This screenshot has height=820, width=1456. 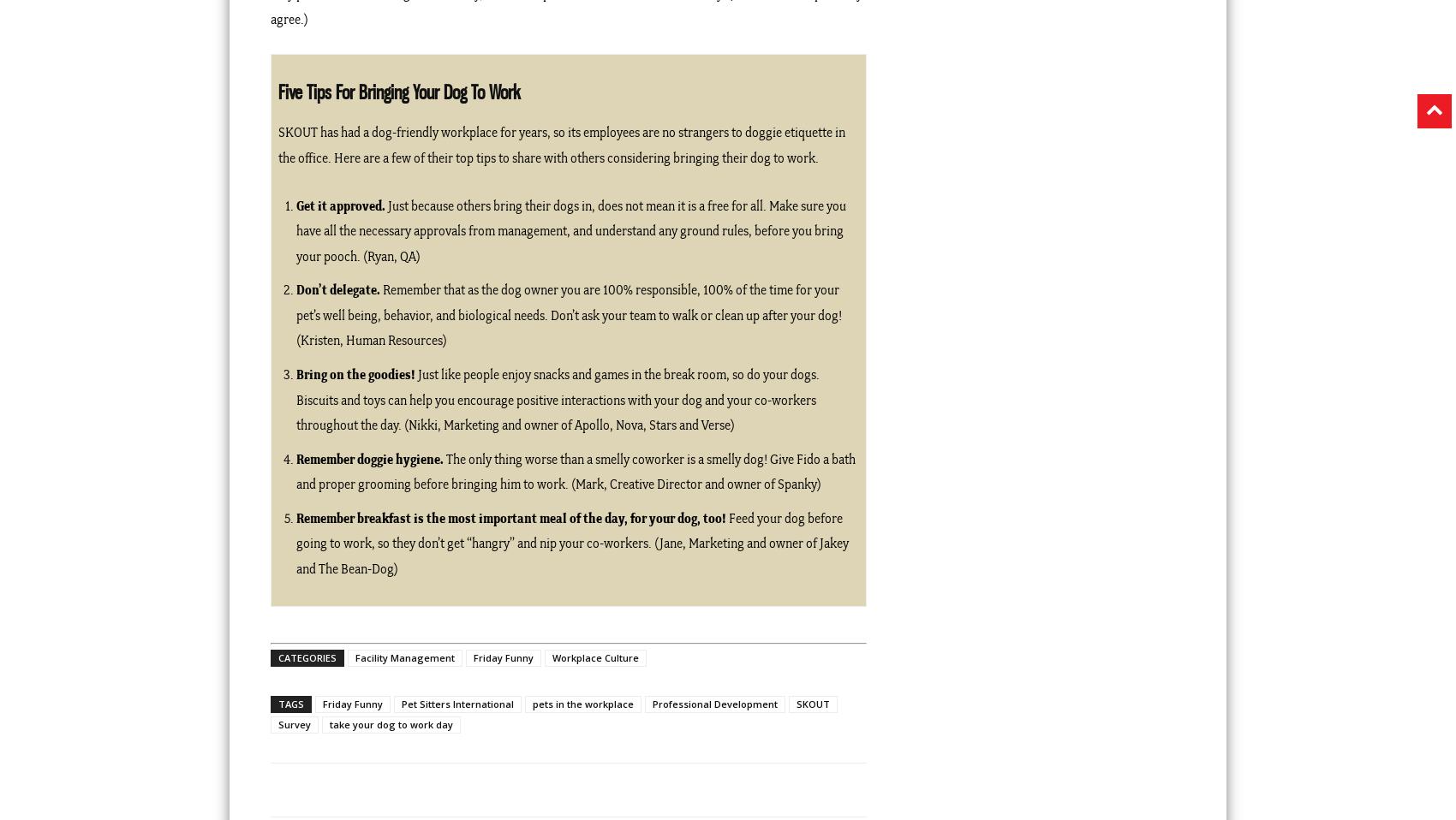 I want to click on 'Five Tips For Bringing Your Dog To Work', so click(x=399, y=92).